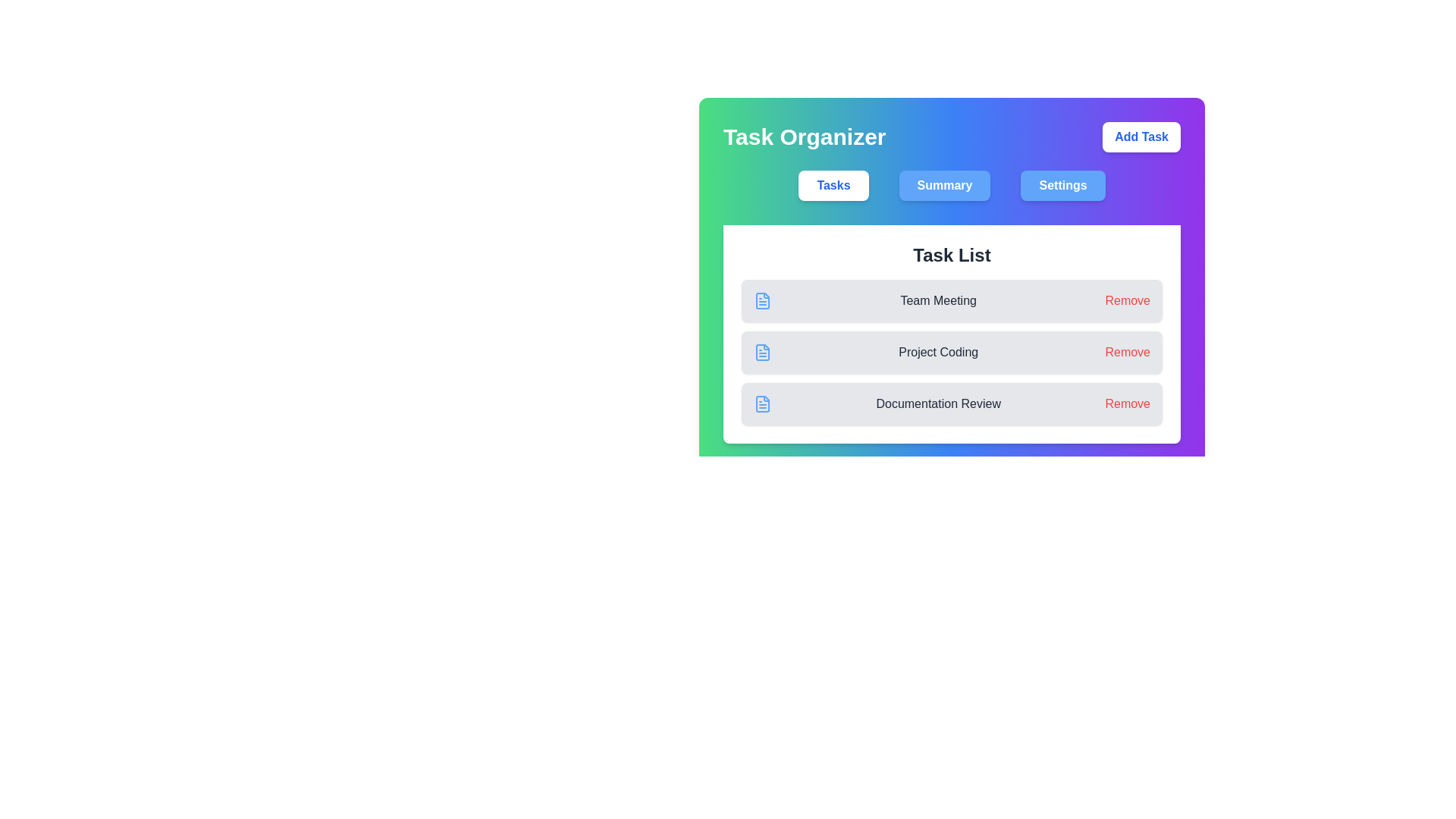  I want to click on the 'Tasks' button, which is the leftmost button in a group of three buttons located near the top center of the interface, so click(833, 185).